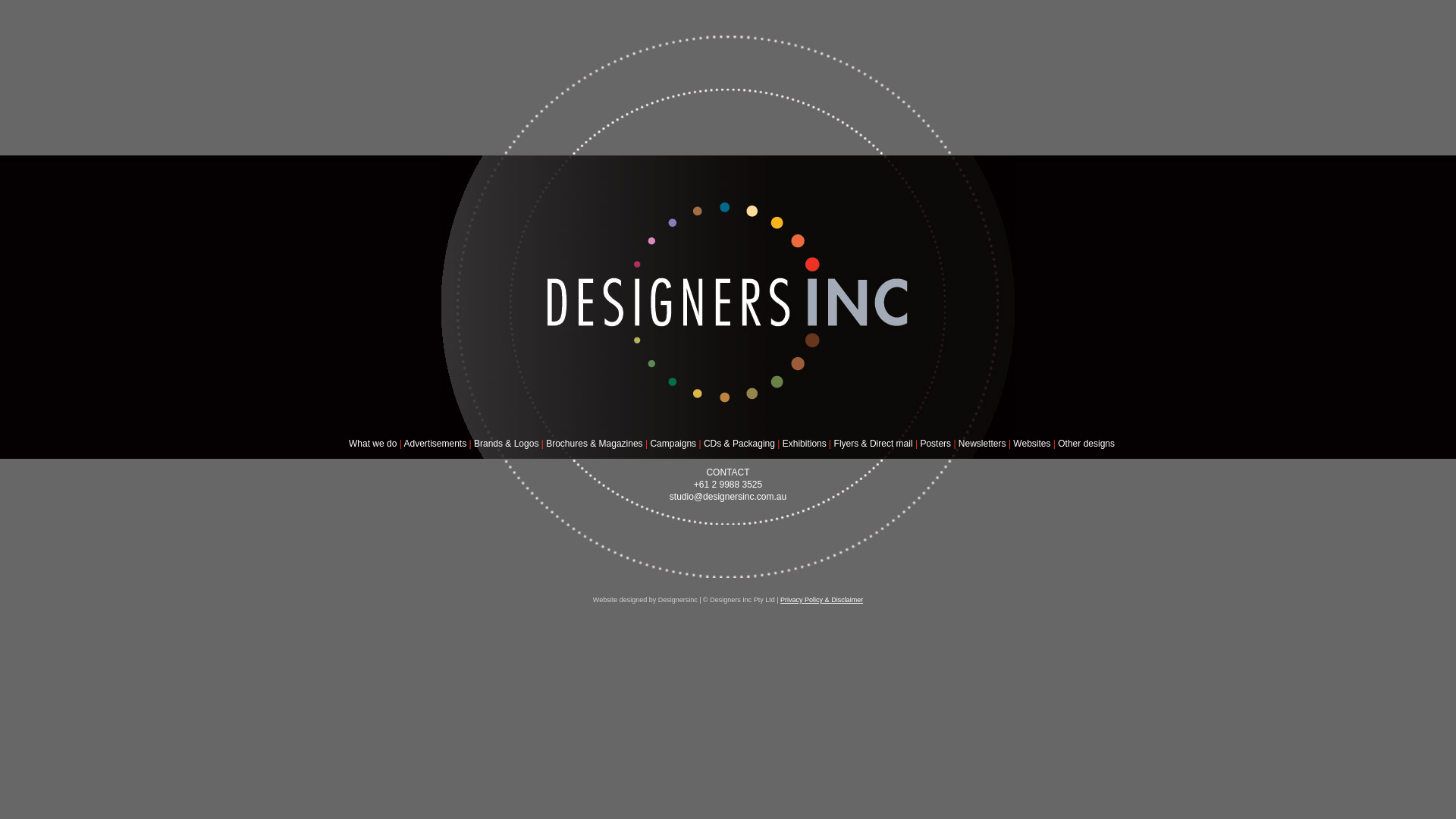 The width and height of the screenshot is (1456, 819). What do you see at coordinates (728, 497) in the screenshot?
I see `'studio@designersinc.com.au'` at bounding box center [728, 497].